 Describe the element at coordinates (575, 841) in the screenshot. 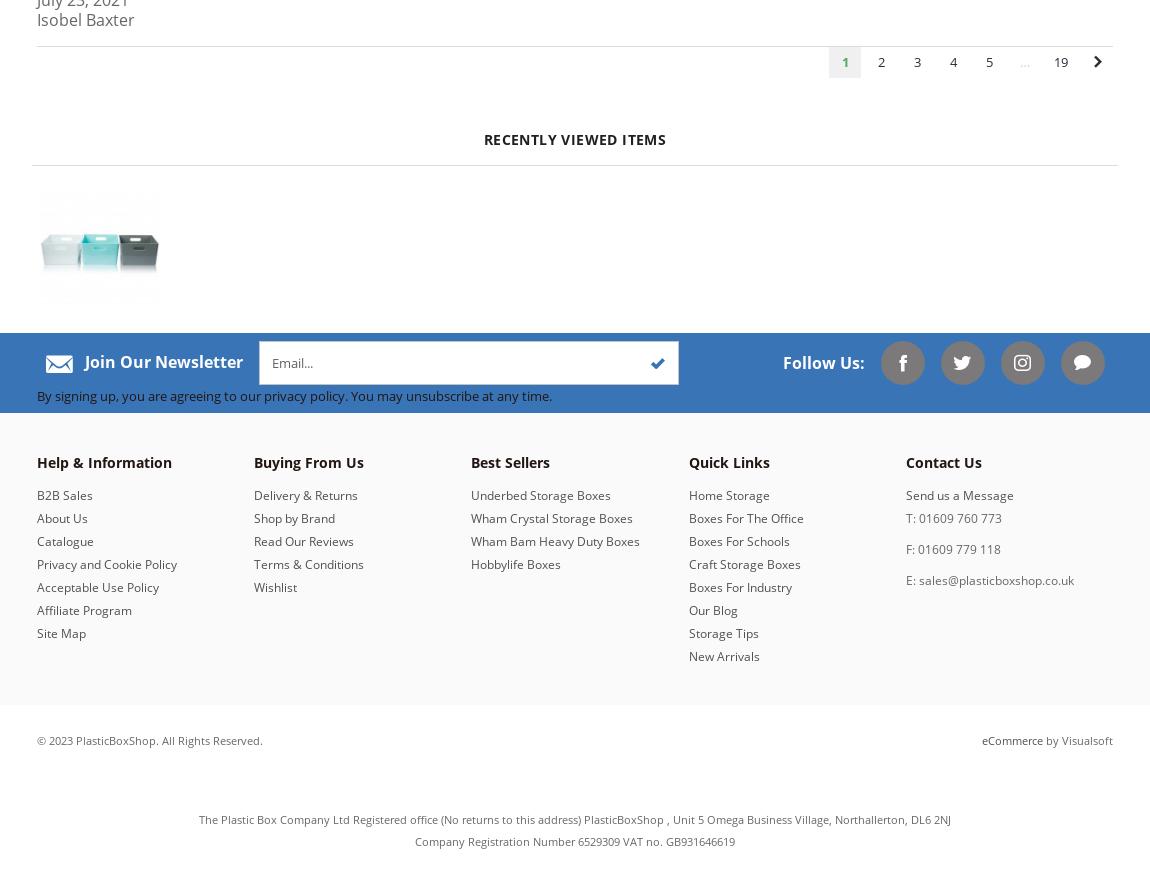

I see `'Company Registration Number 6529309 VAT no. GB931646619'` at that location.